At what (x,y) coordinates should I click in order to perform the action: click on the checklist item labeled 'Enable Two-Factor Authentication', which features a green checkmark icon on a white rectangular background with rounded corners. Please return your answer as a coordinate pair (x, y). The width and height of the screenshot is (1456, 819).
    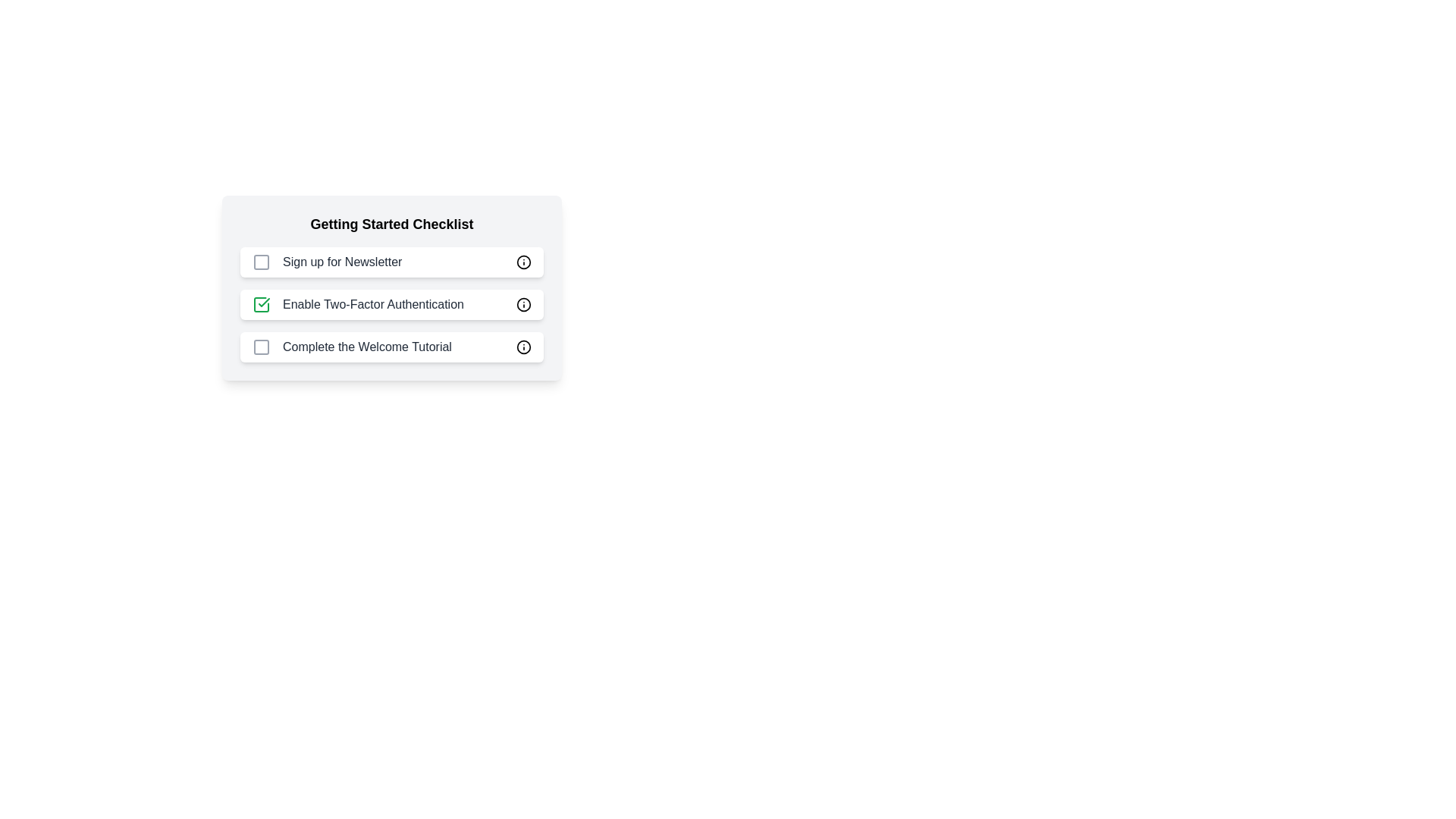
    Looking at the image, I should click on (392, 304).